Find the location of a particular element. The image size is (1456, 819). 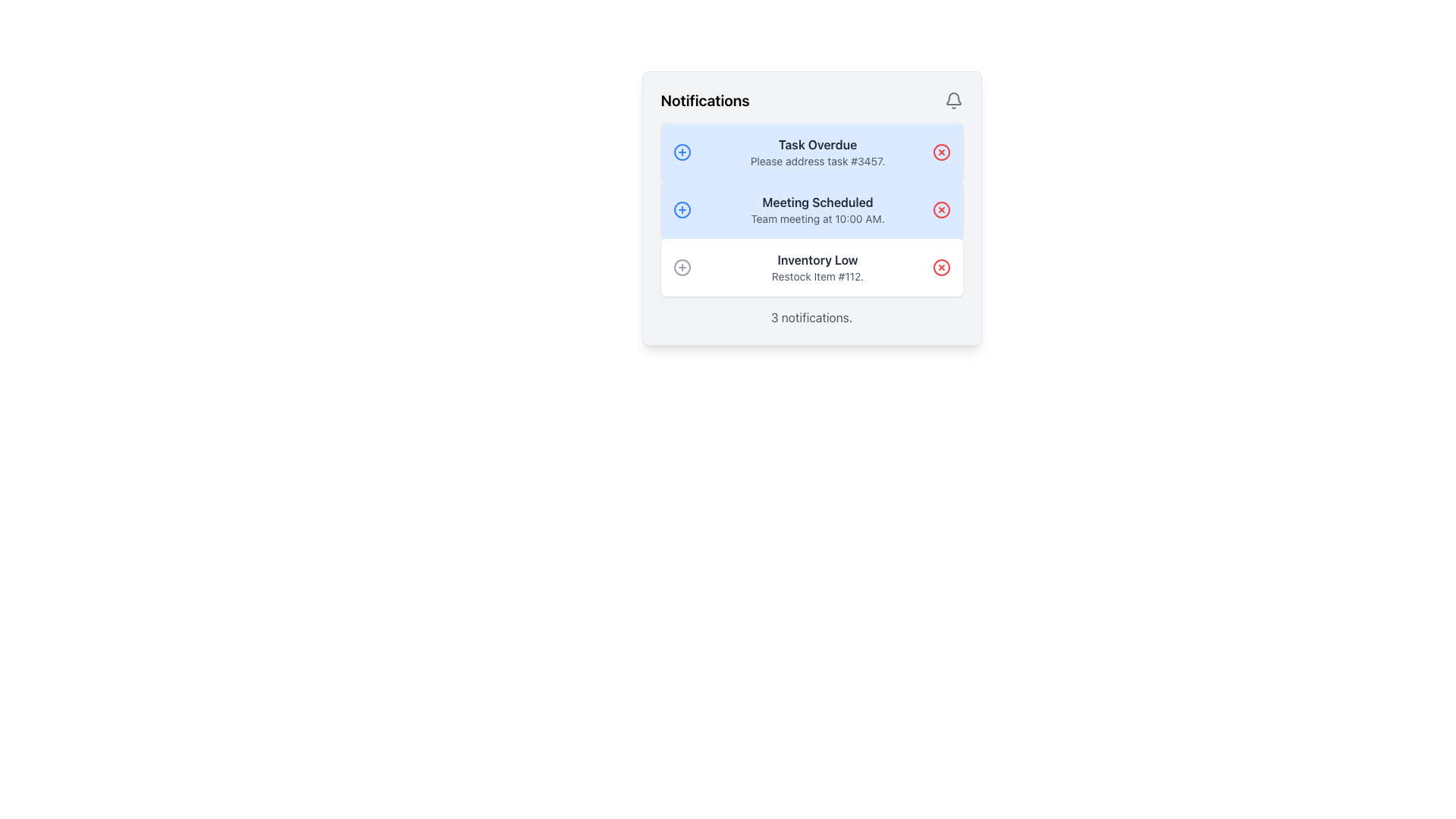

the actionable icon button located on the left side of the 'Task Overdue' notification to interact with it is located at coordinates (681, 152).